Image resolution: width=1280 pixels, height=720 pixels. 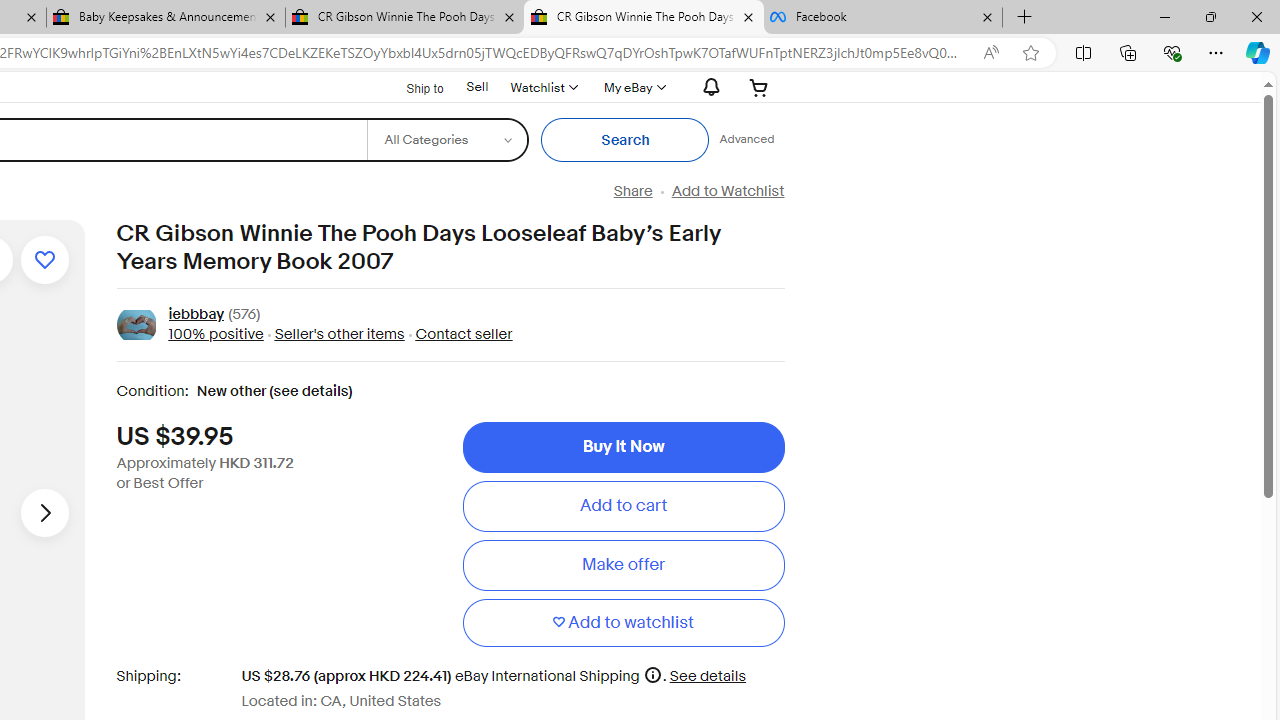 What do you see at coordinates (476, 86) in the screenshot?
I see `'Sell'` at bounding box center [476, 86].